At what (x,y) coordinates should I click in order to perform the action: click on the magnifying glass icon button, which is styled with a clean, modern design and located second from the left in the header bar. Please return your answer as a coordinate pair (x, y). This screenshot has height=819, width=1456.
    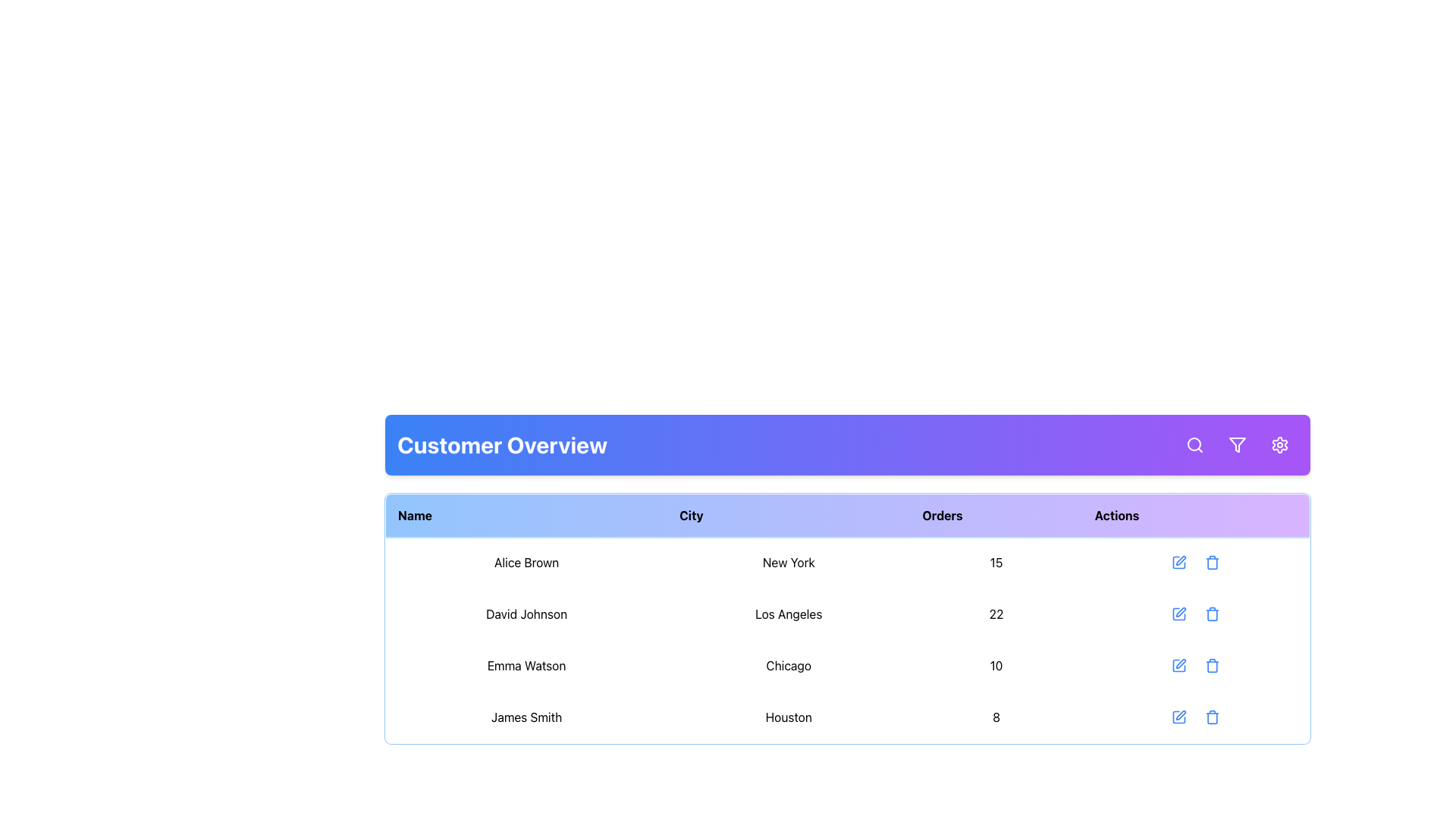
    Looking at the image, I should click on (1194, 444).